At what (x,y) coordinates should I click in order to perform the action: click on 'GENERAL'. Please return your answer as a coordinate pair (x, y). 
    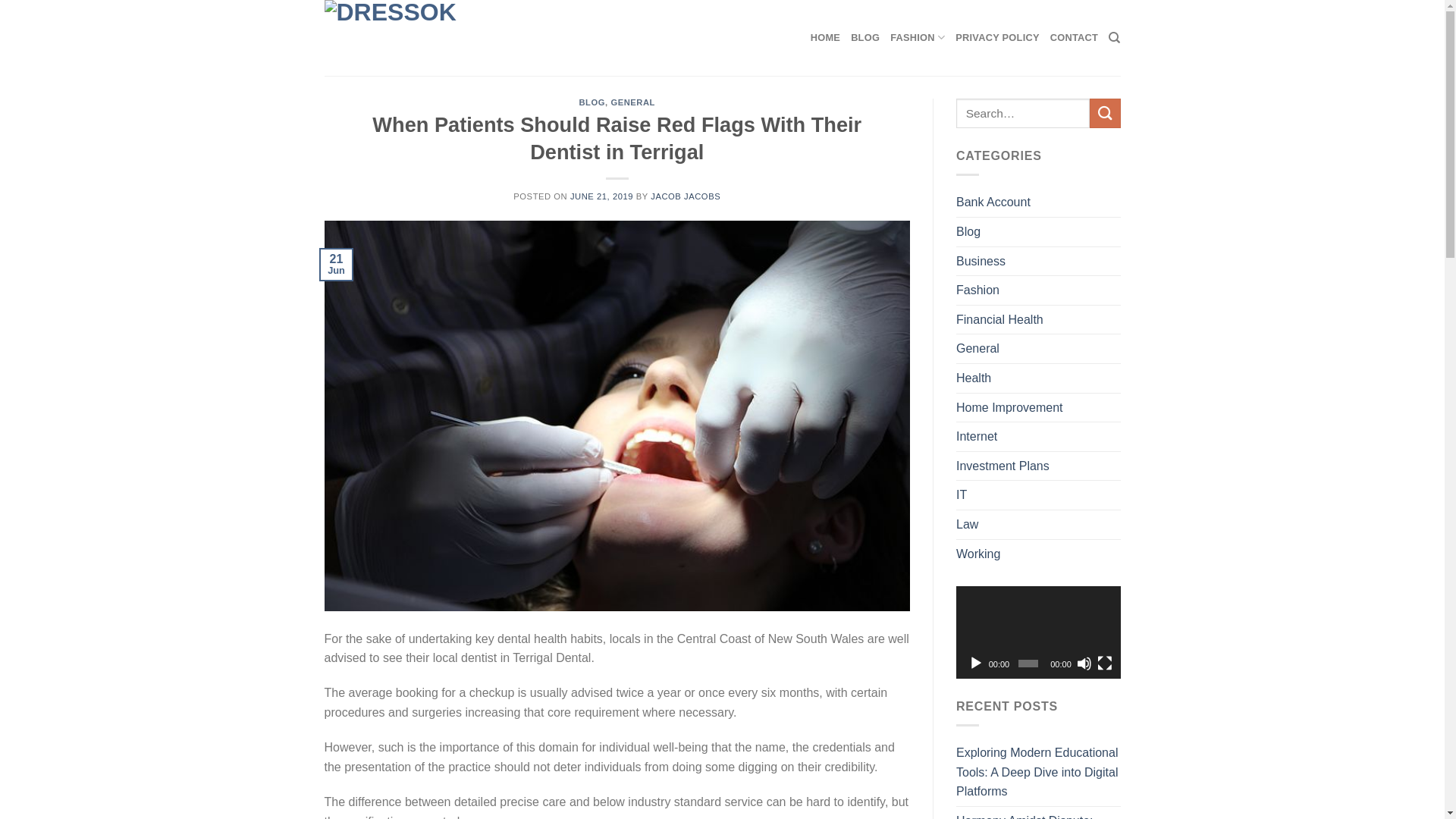
    Looking at the image, I should click on (632, 102).